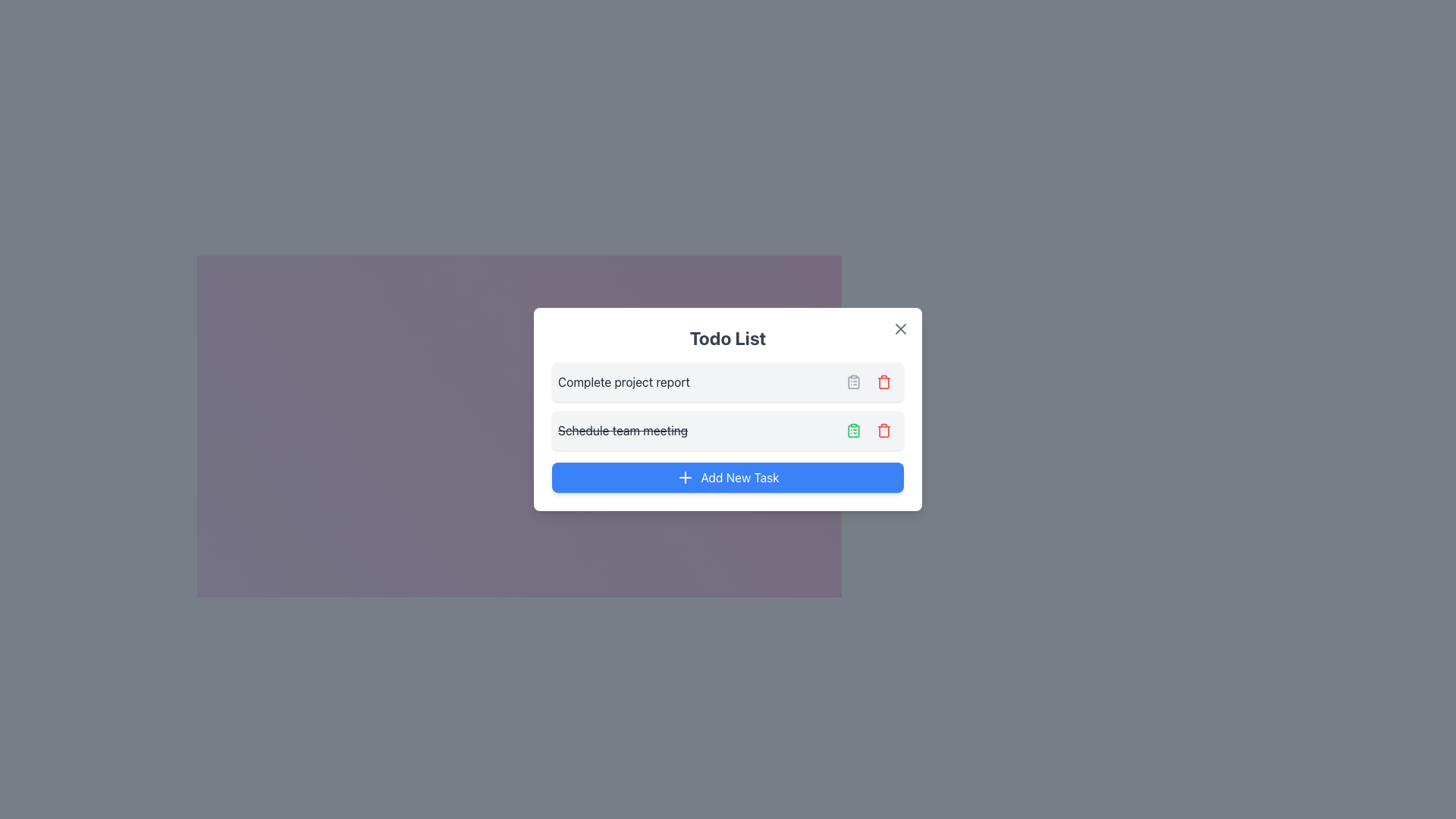  What do you see at coordinates (884, 381) in the screenshot?
I see `the delete button in the top task row of the 'Todo List' dialog box, located to the far right next to the task text 'Complete project report' to trigger hover effects` at bounding box center [884, 381].